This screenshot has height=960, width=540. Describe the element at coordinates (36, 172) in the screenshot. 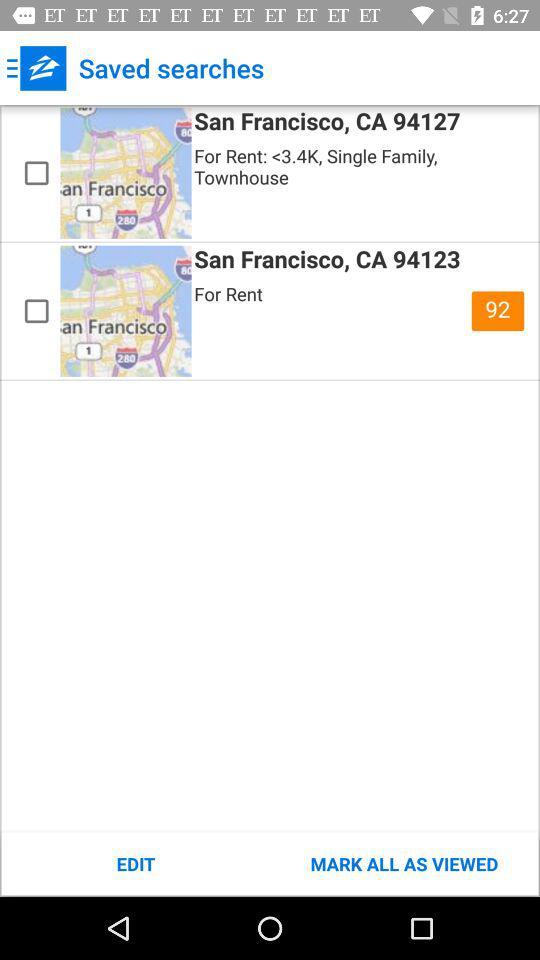

I see `search` at that location.